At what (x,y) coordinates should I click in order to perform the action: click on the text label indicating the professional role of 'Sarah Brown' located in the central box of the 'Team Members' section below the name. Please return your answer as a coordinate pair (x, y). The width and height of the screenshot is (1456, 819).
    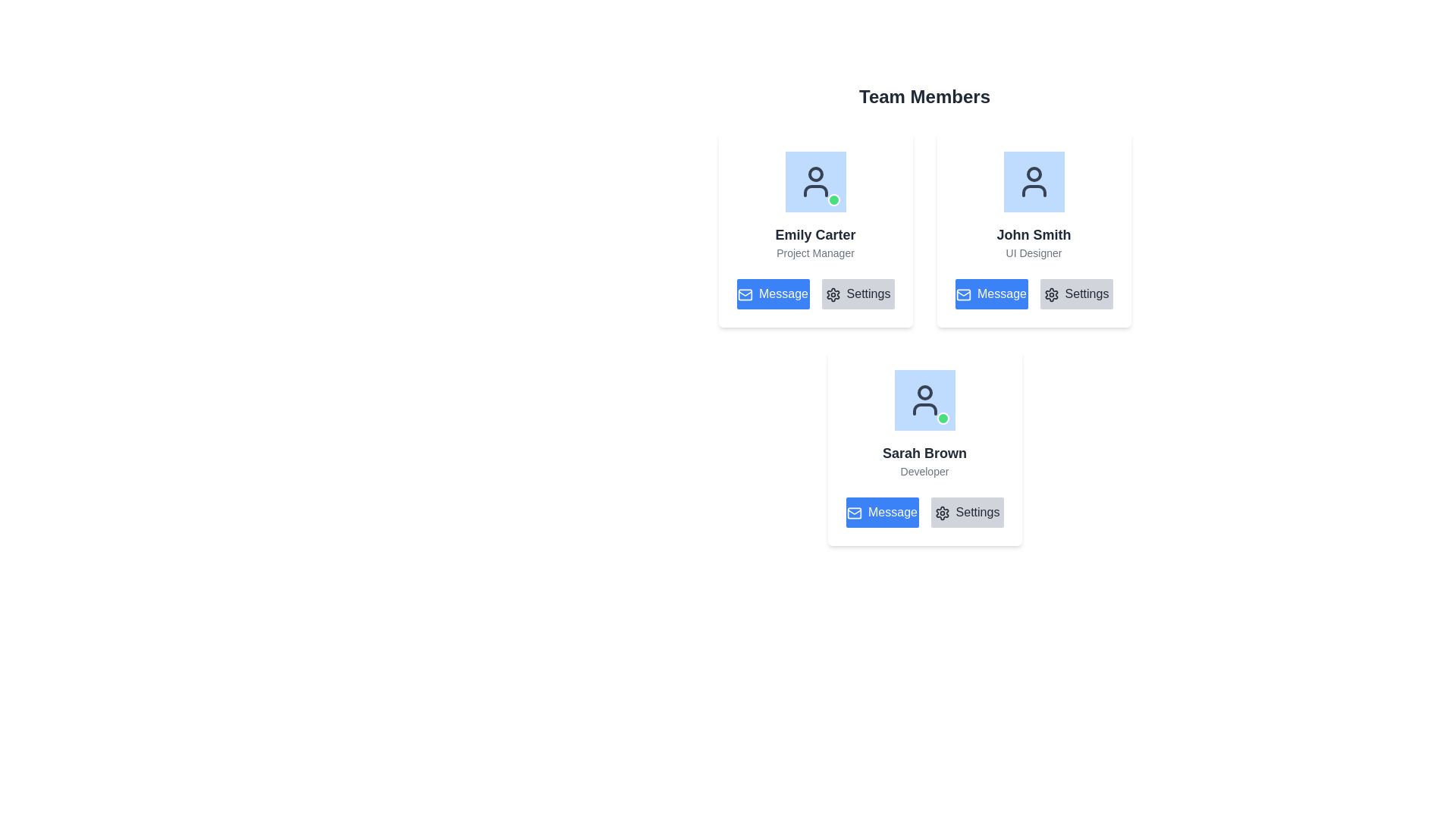
    Looking at the image, I should click on (924, 470).